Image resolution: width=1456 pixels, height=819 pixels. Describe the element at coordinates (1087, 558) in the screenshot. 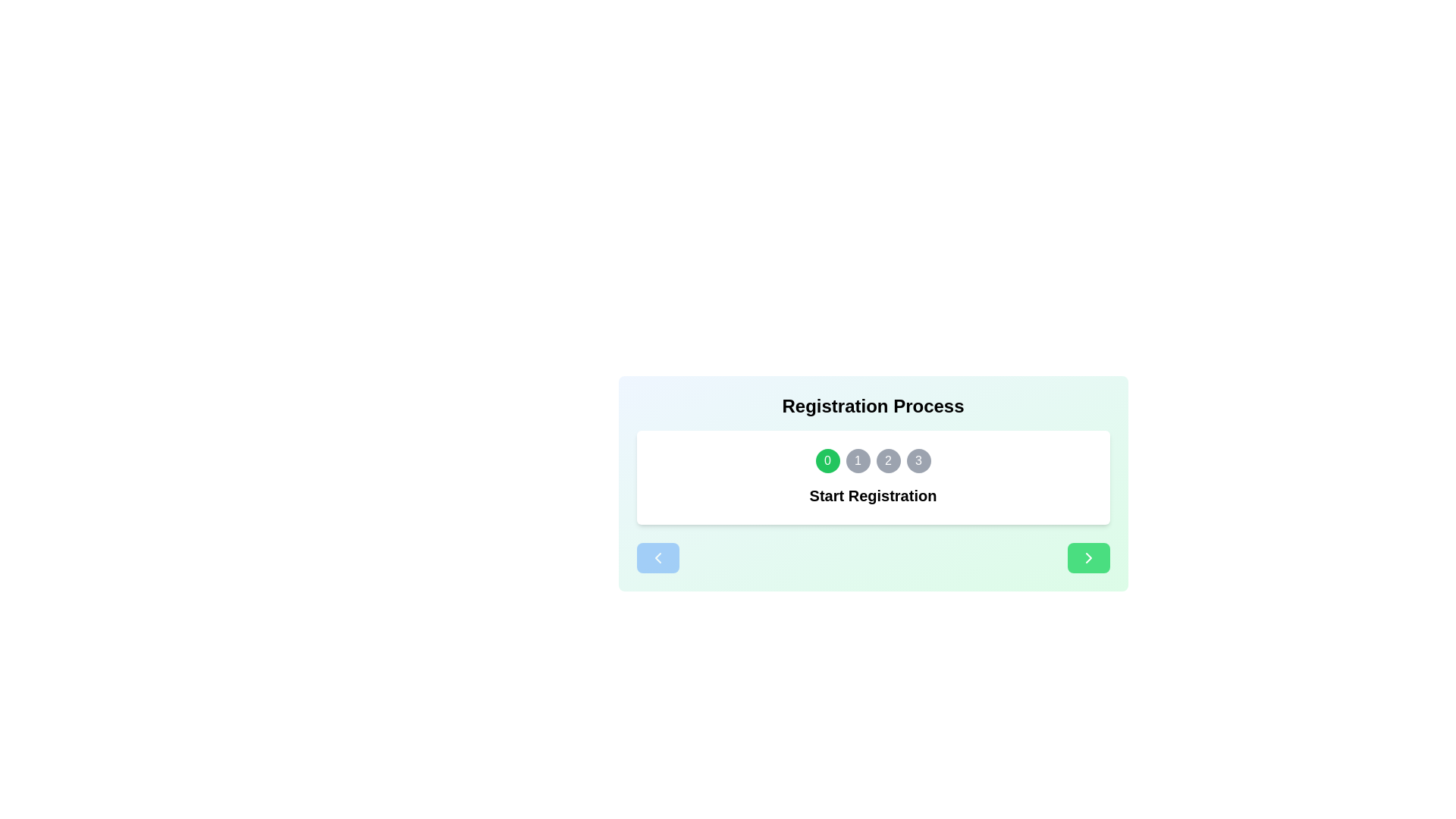

I see `the 'Next' button to navigate to the next step in the registration process` at that location.